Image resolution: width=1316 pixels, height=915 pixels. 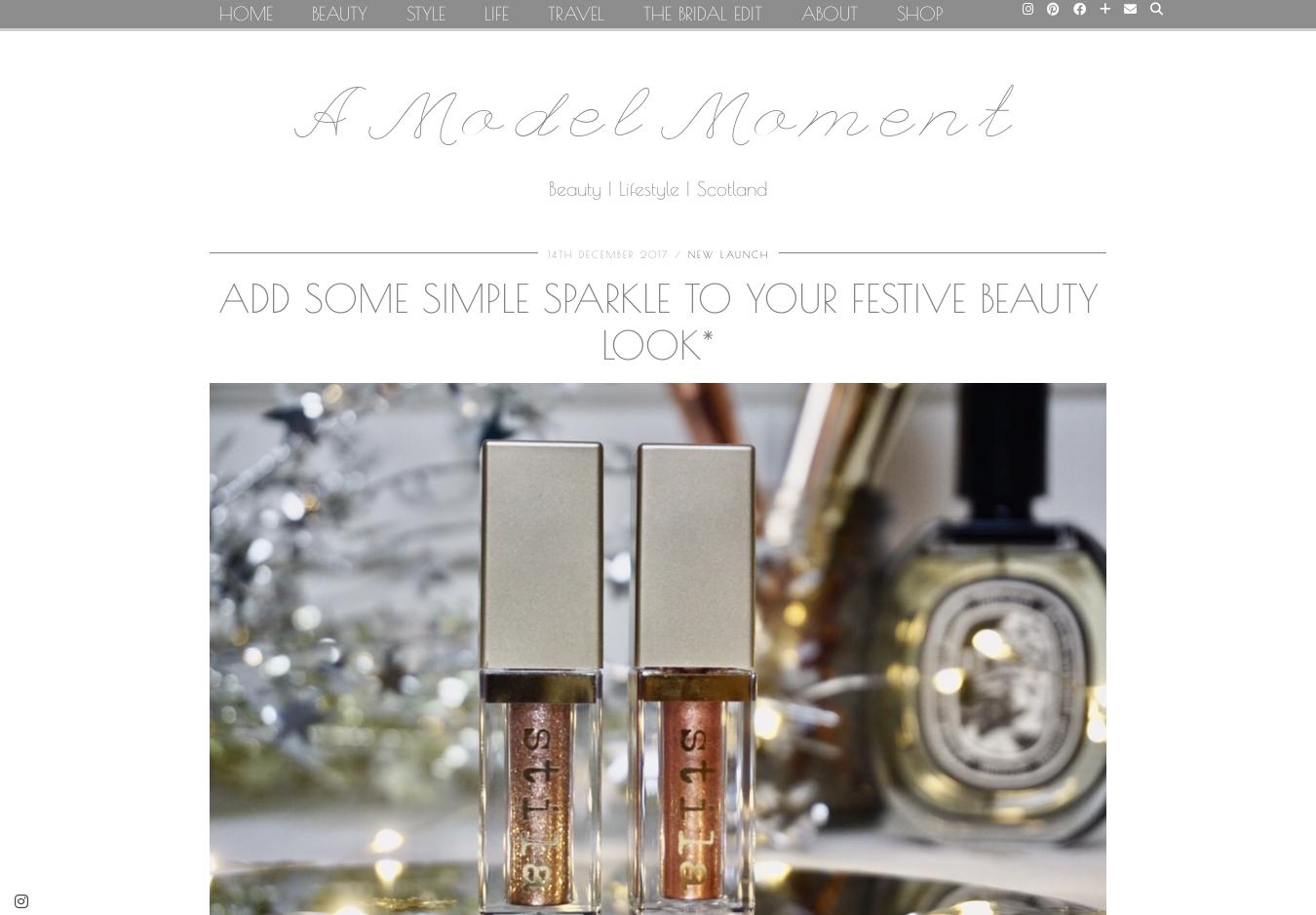 What do you see at coordinates (702, 13) in the screenshot?
I see `'The Bridal Edit'` at bounding box center [702, 13].